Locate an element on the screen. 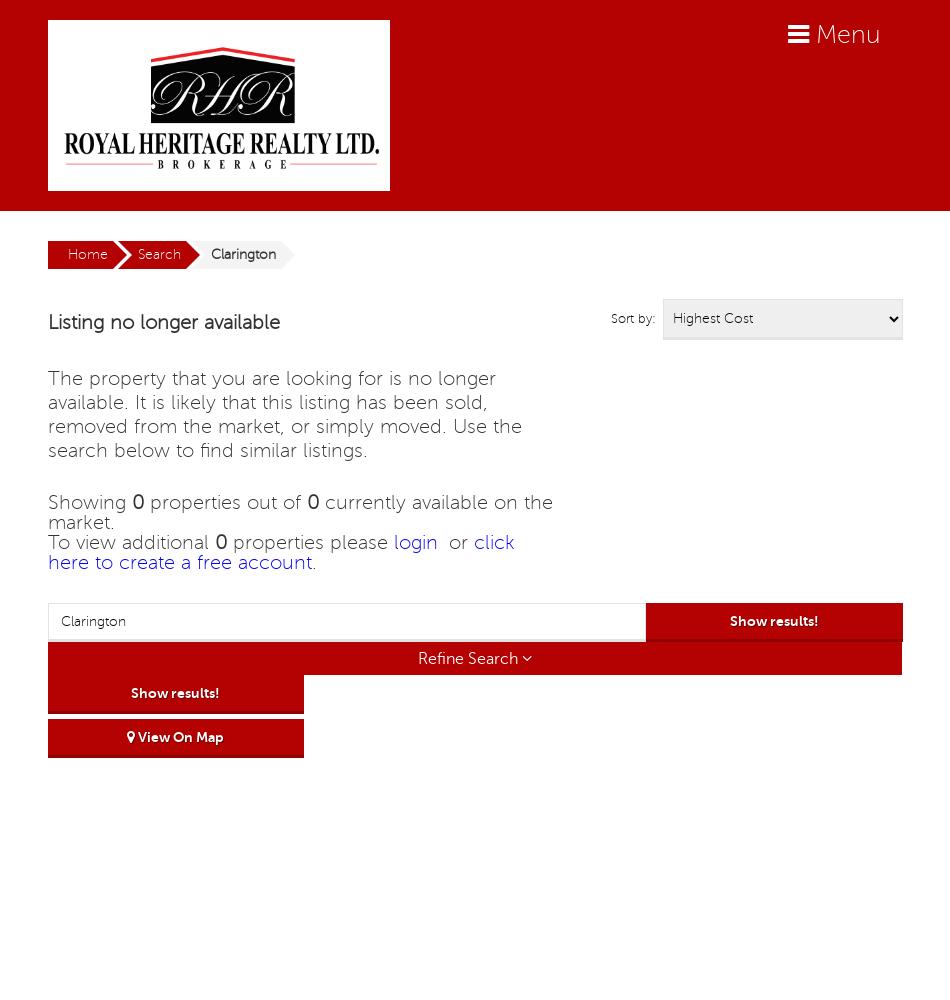  'To view additional' is located at coordinates (47, 543).